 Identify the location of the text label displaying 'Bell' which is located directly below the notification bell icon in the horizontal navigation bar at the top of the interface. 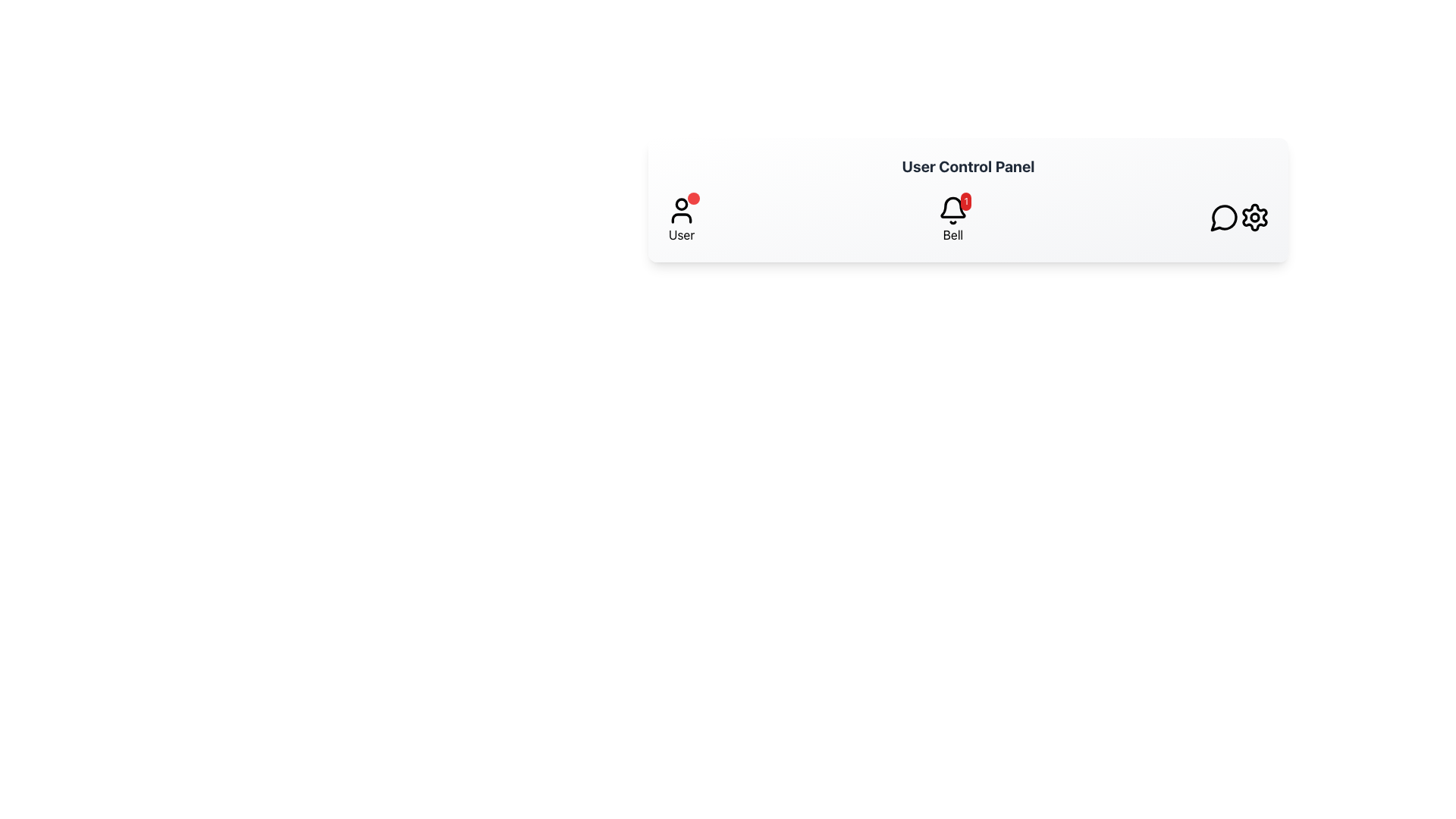
(952, 234).